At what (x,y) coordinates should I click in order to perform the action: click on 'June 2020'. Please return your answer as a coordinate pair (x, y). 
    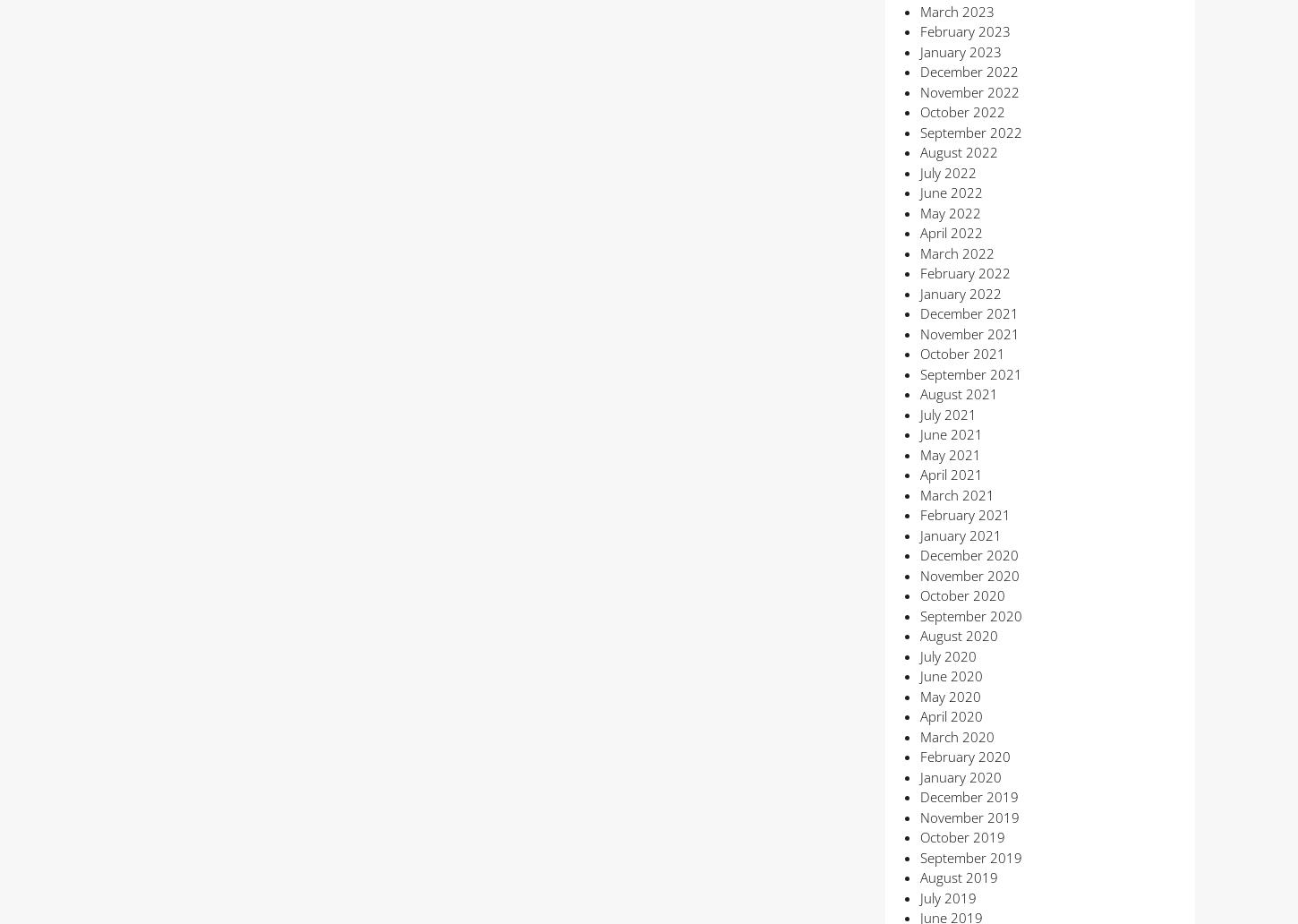
    Looking at the image, I should click on (919, 675).